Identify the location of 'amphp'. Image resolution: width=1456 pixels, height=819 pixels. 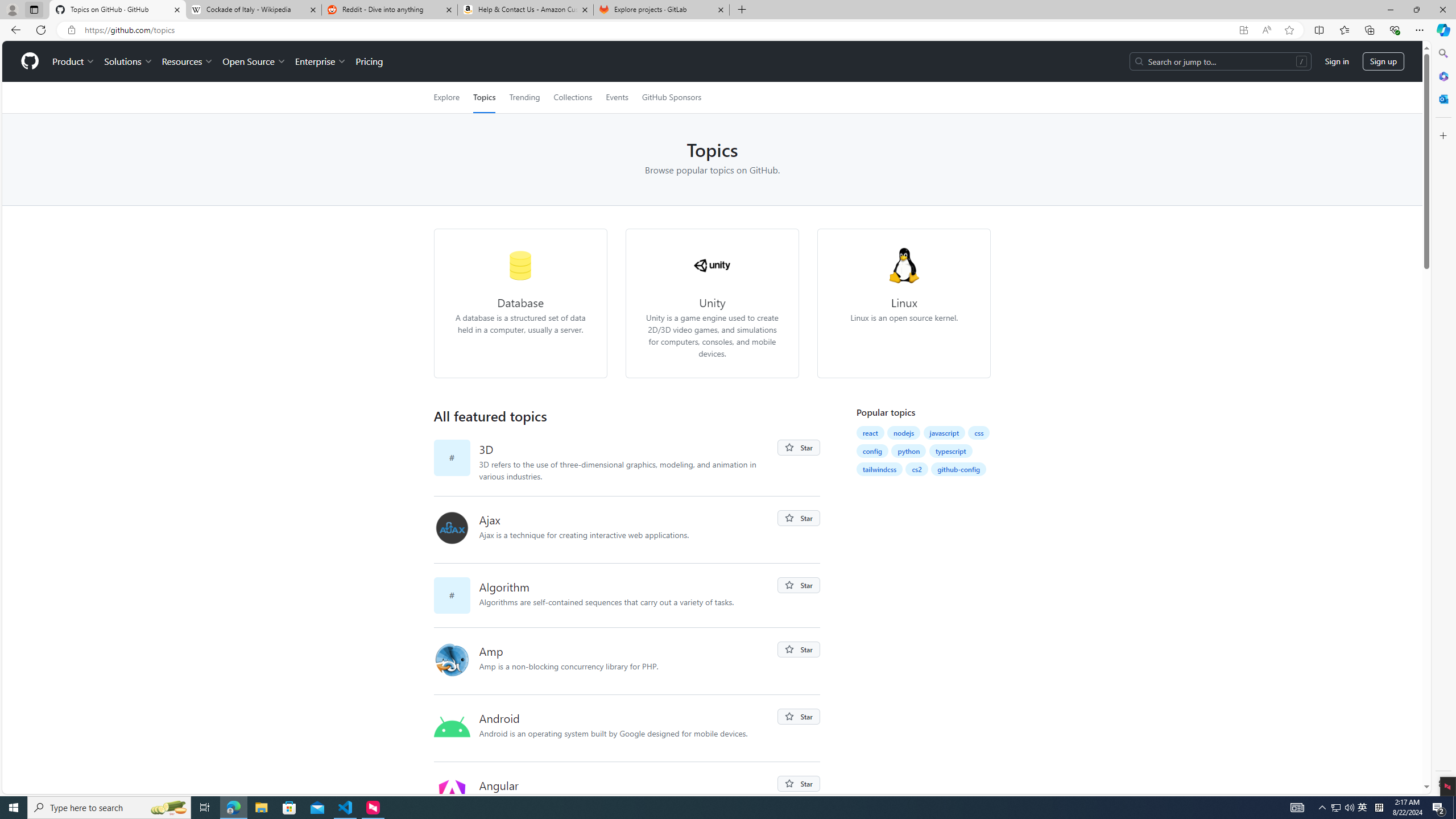
(452, 659).